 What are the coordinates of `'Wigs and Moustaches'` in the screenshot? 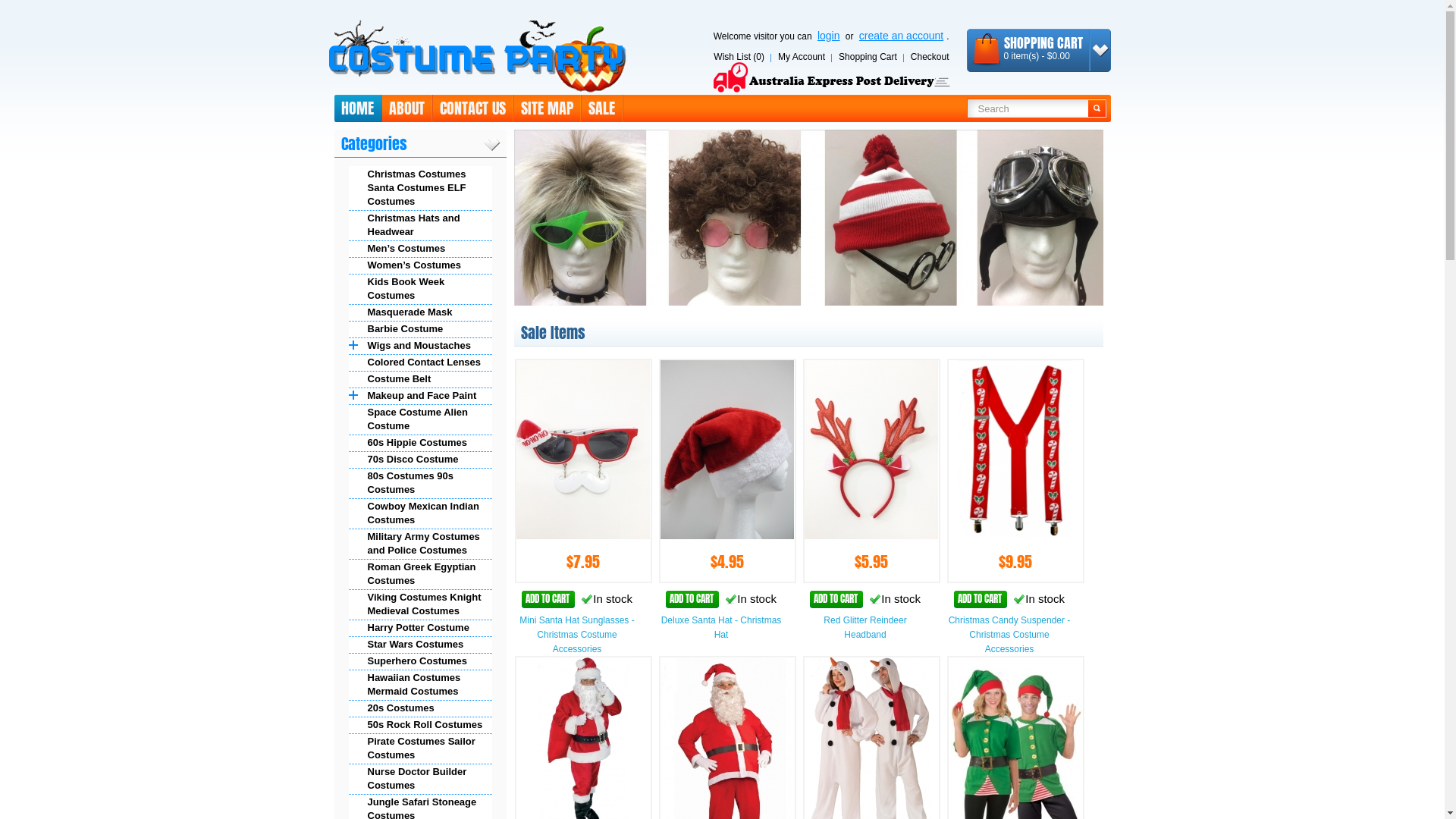 It's located at (420, 345).